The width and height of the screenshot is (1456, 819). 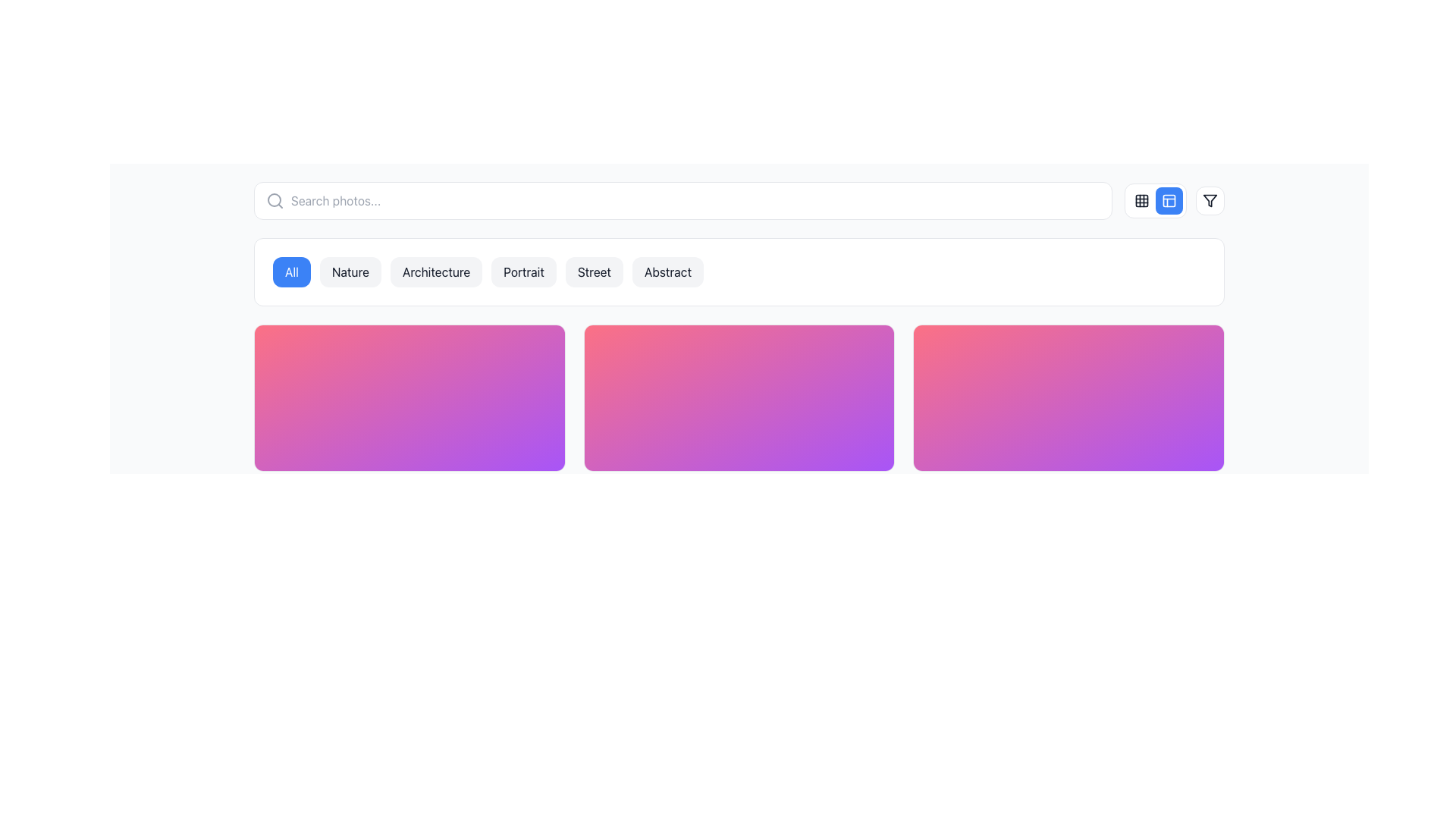 I want to click on the middle button in the group of three buttons located to the right side of the header section, so click(x=1174, y=200).